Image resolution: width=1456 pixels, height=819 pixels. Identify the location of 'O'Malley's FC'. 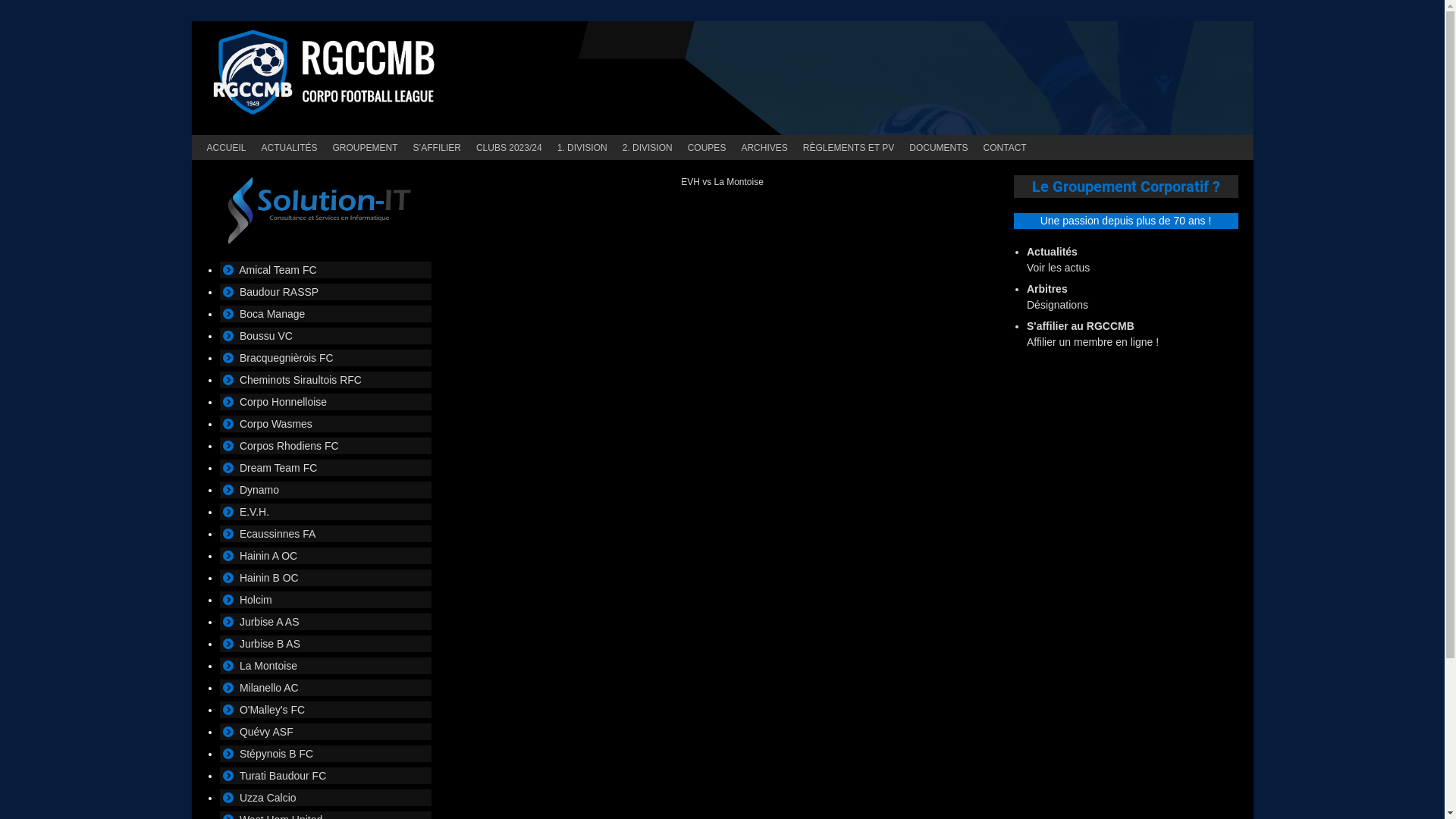
(272, 710).